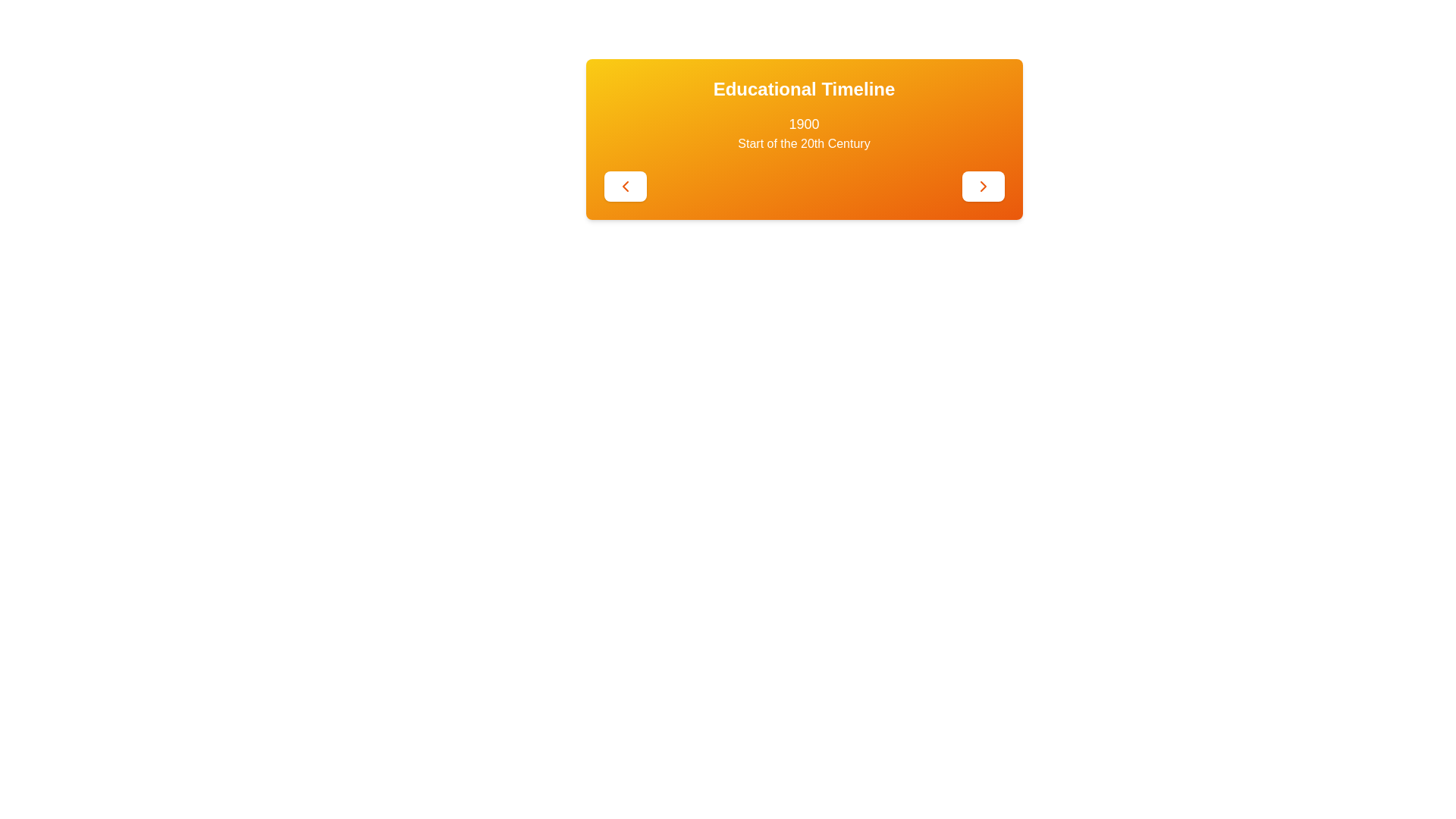 This screenshot has width=1456, height=819. Describe the element at coordinates (983, 186) in the screenshot. I see `the navigation button located on the far right within the orange section titled 'Educational Timeline' to outline it` at that location.